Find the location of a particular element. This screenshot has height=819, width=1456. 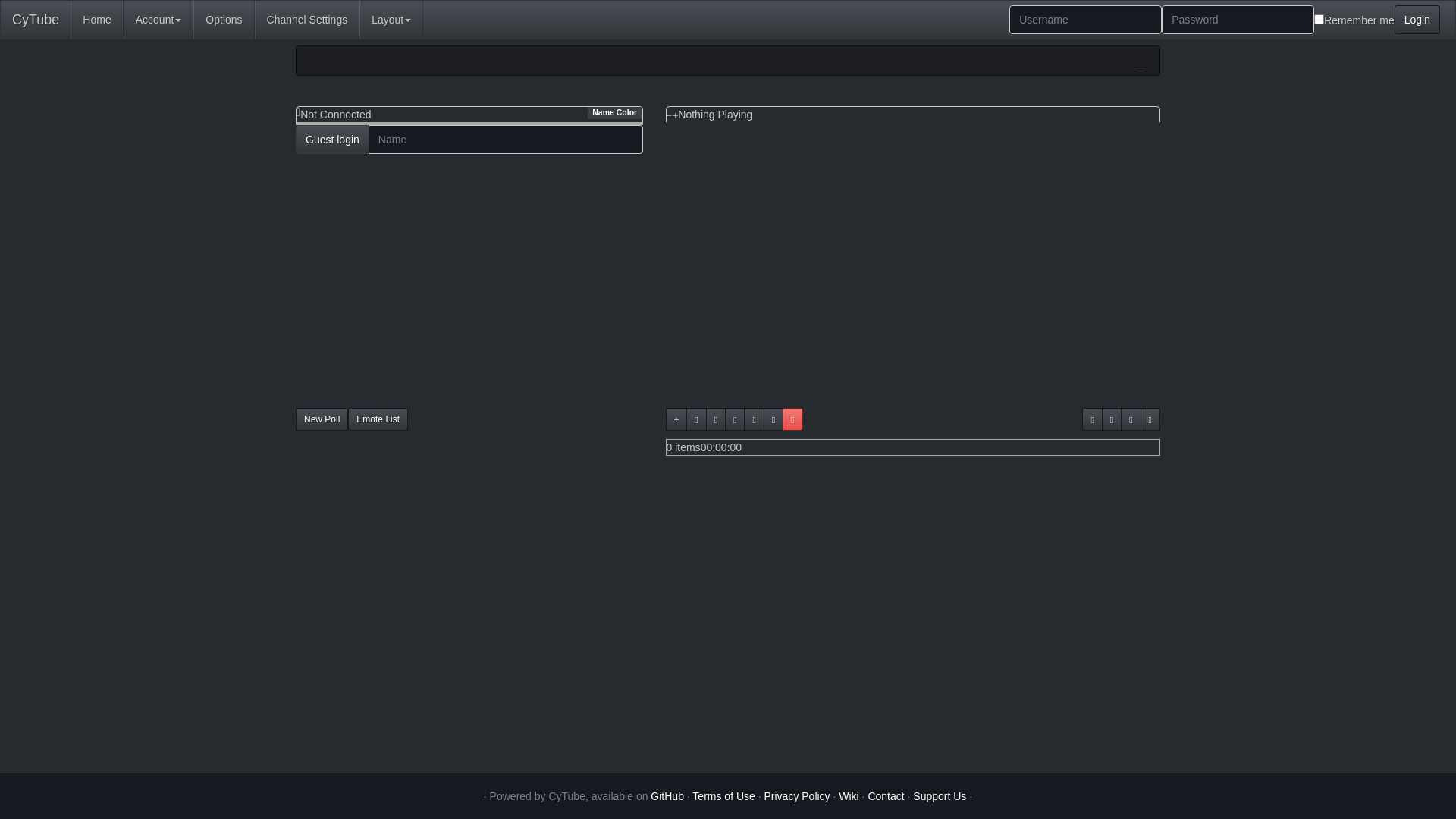

'Support Us' is located at coordinates (938, 795).